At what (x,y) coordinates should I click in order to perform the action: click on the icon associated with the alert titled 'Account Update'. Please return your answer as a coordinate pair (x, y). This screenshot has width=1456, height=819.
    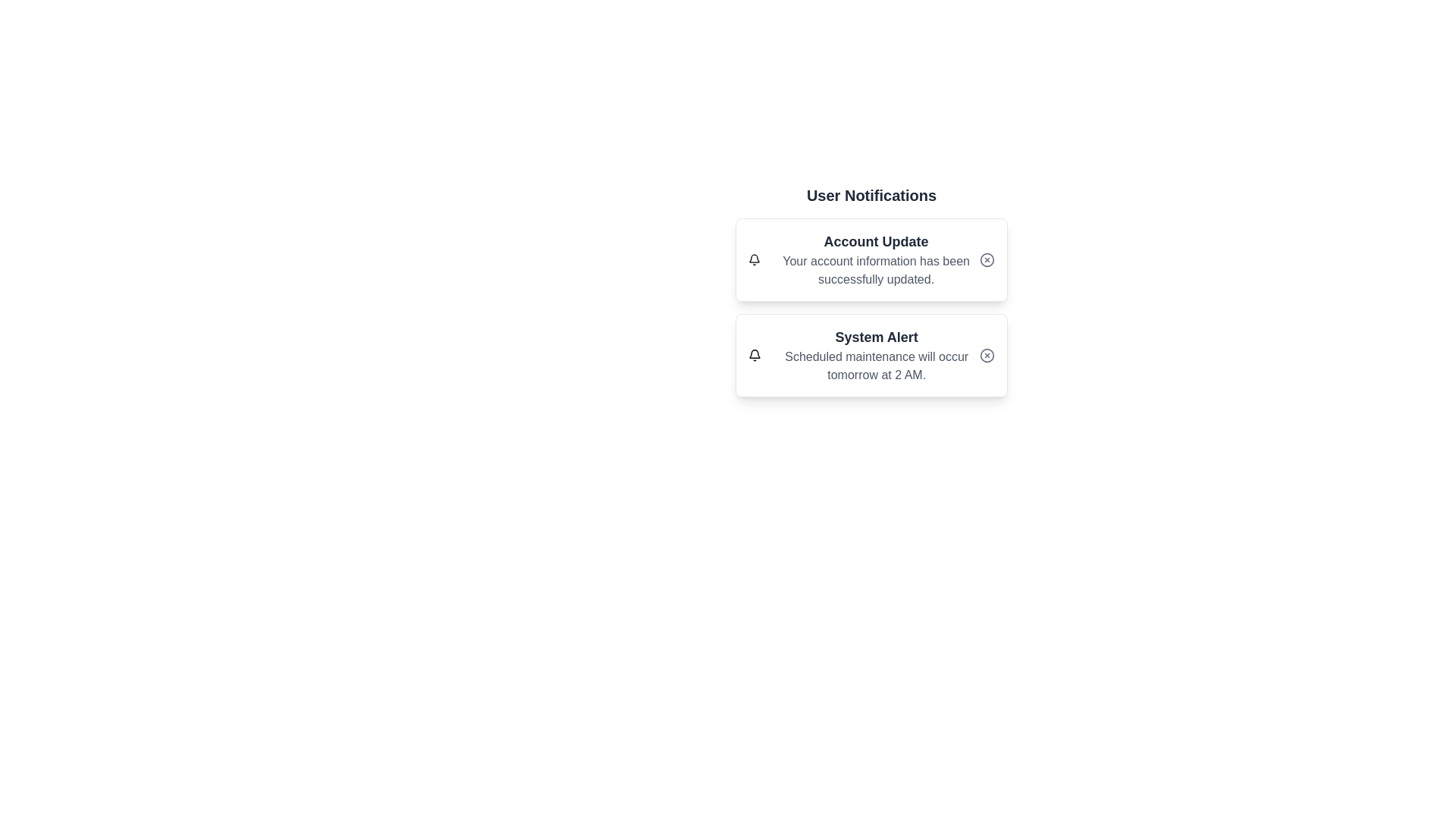
    Looking at the image, I should click on (755, 259).